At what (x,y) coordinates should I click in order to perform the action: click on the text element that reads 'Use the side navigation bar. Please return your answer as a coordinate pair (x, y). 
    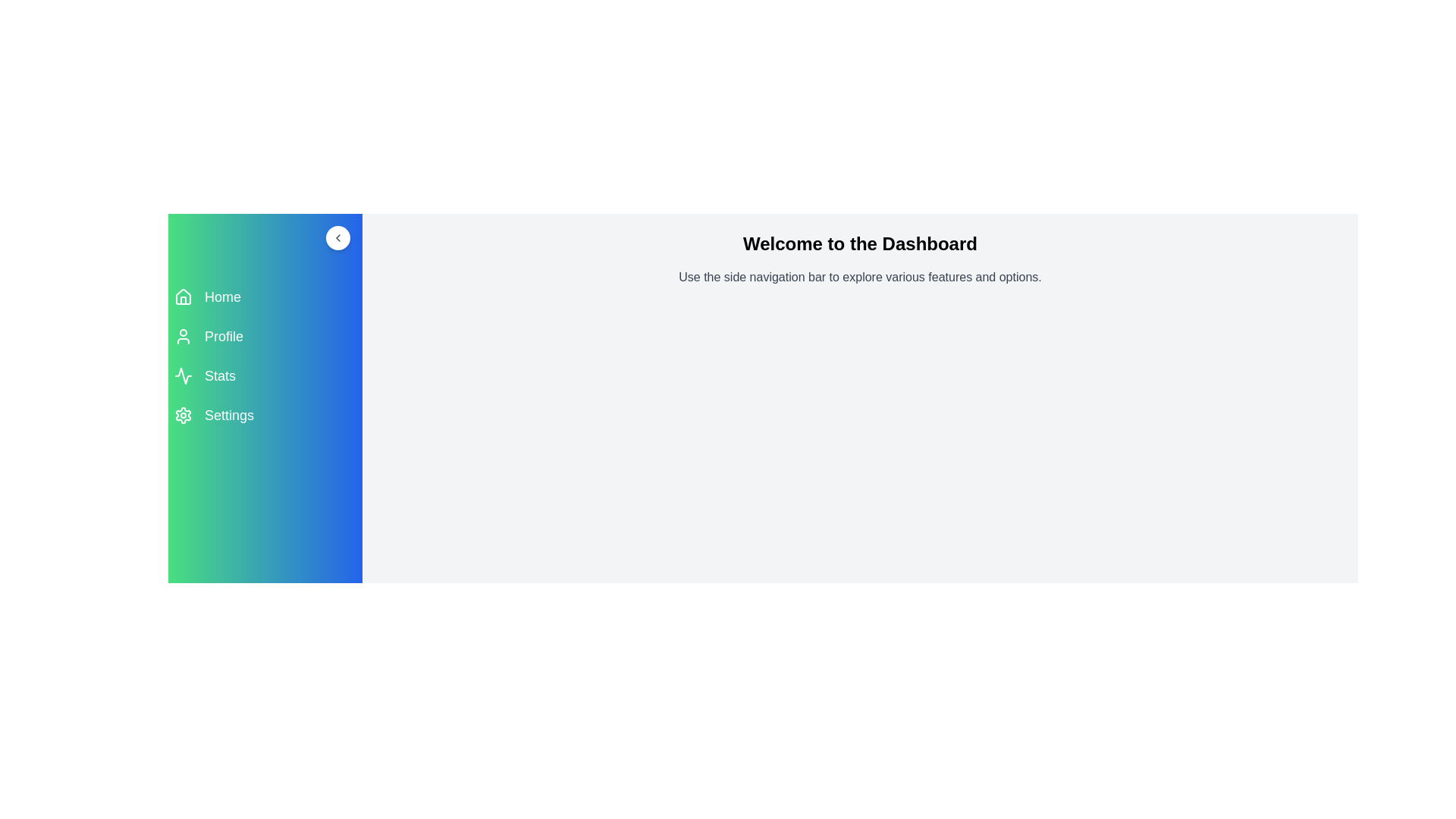
    Looking at the image, I should click on (860, 278).